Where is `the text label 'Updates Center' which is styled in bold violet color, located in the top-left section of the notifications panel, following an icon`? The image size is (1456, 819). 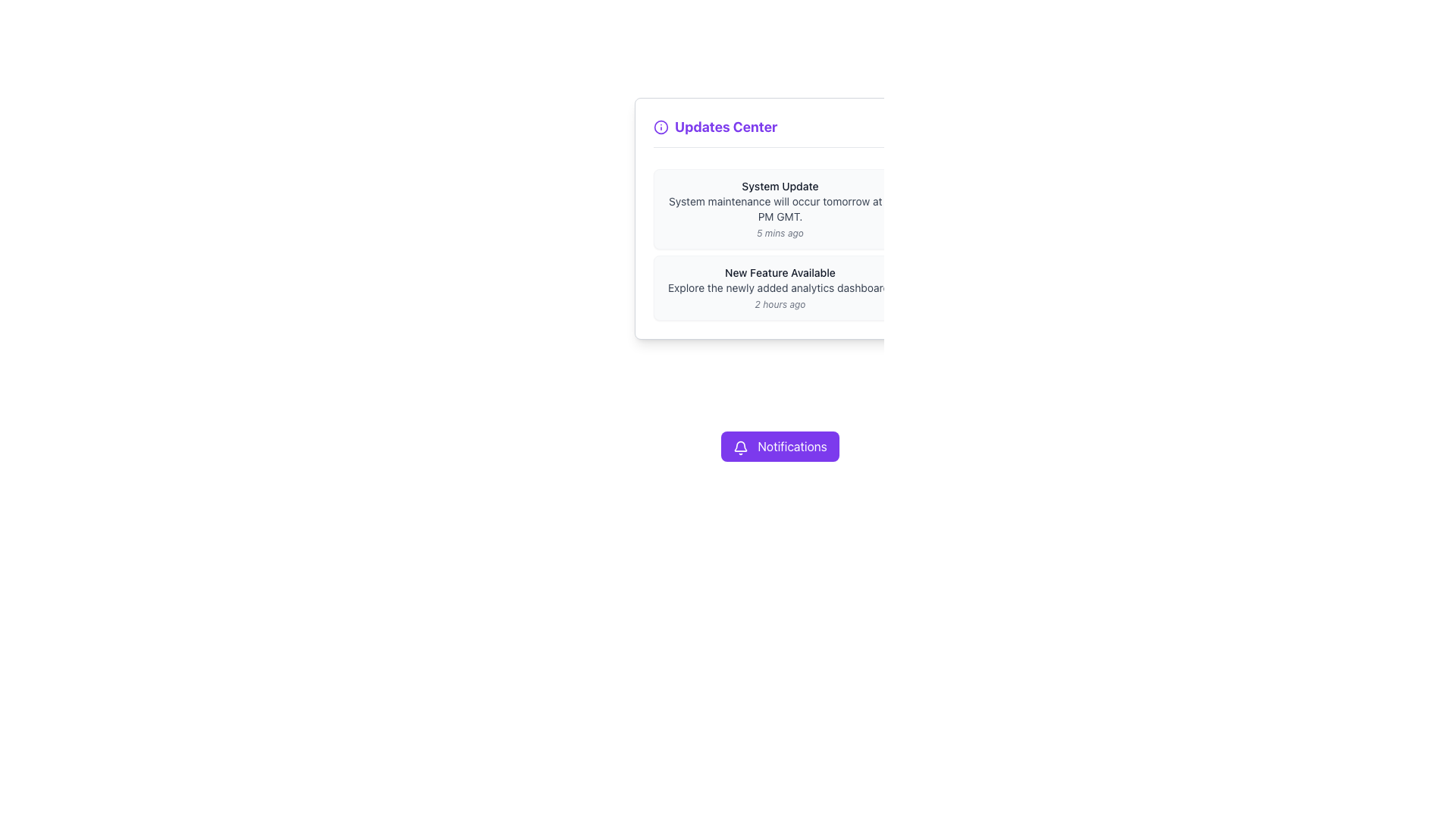
the text label 'Updates Center' which is styled in bold violet color, located in the top-left section of the notifications panel, following an icon is located at coordinates (714, 127).